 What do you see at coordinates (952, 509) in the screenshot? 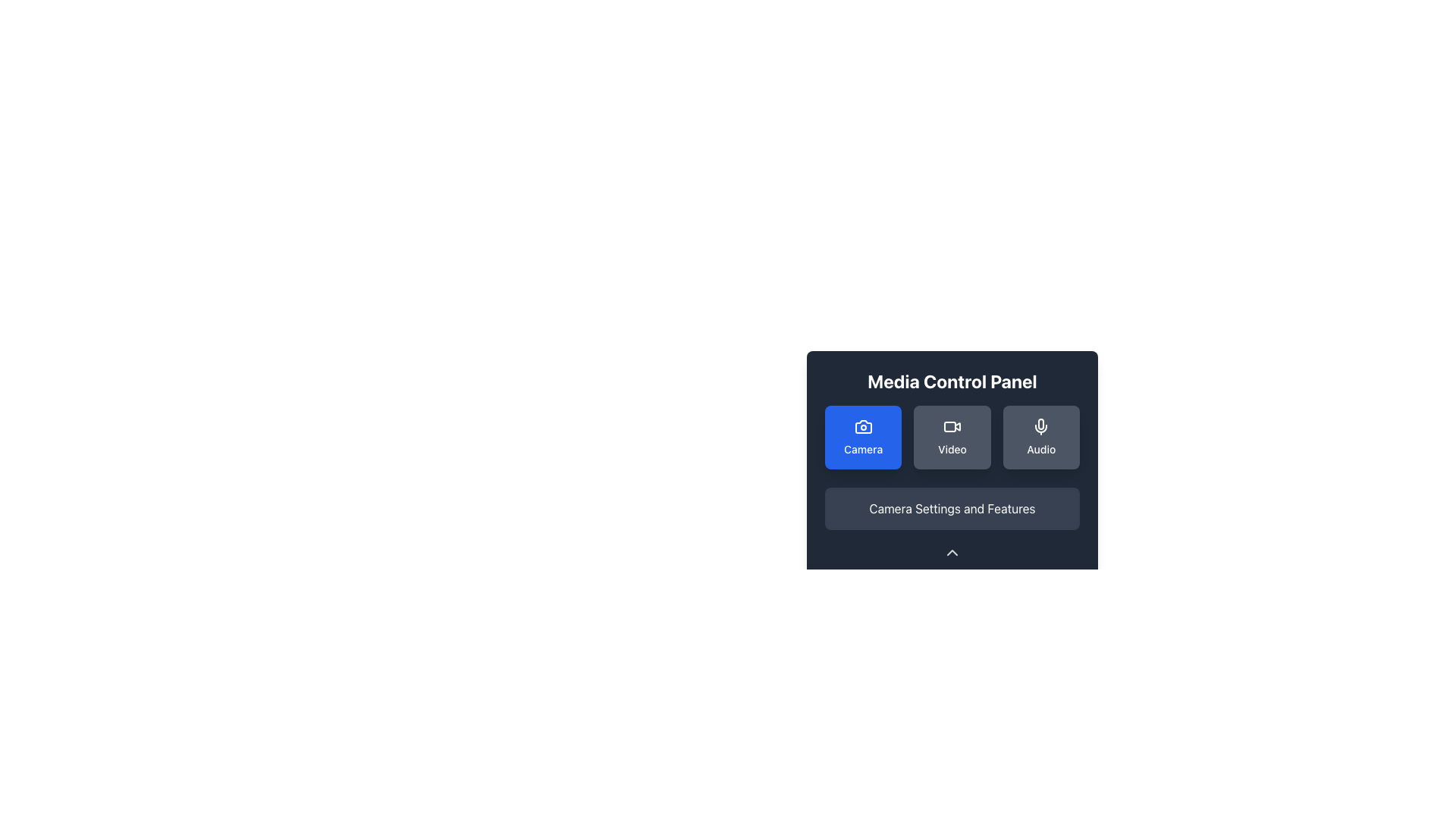
I see `the Text label that describes settings and features related to camera functionalities, located at the bottom of the Media Control Panel interface` at bounding box center [952, 509].